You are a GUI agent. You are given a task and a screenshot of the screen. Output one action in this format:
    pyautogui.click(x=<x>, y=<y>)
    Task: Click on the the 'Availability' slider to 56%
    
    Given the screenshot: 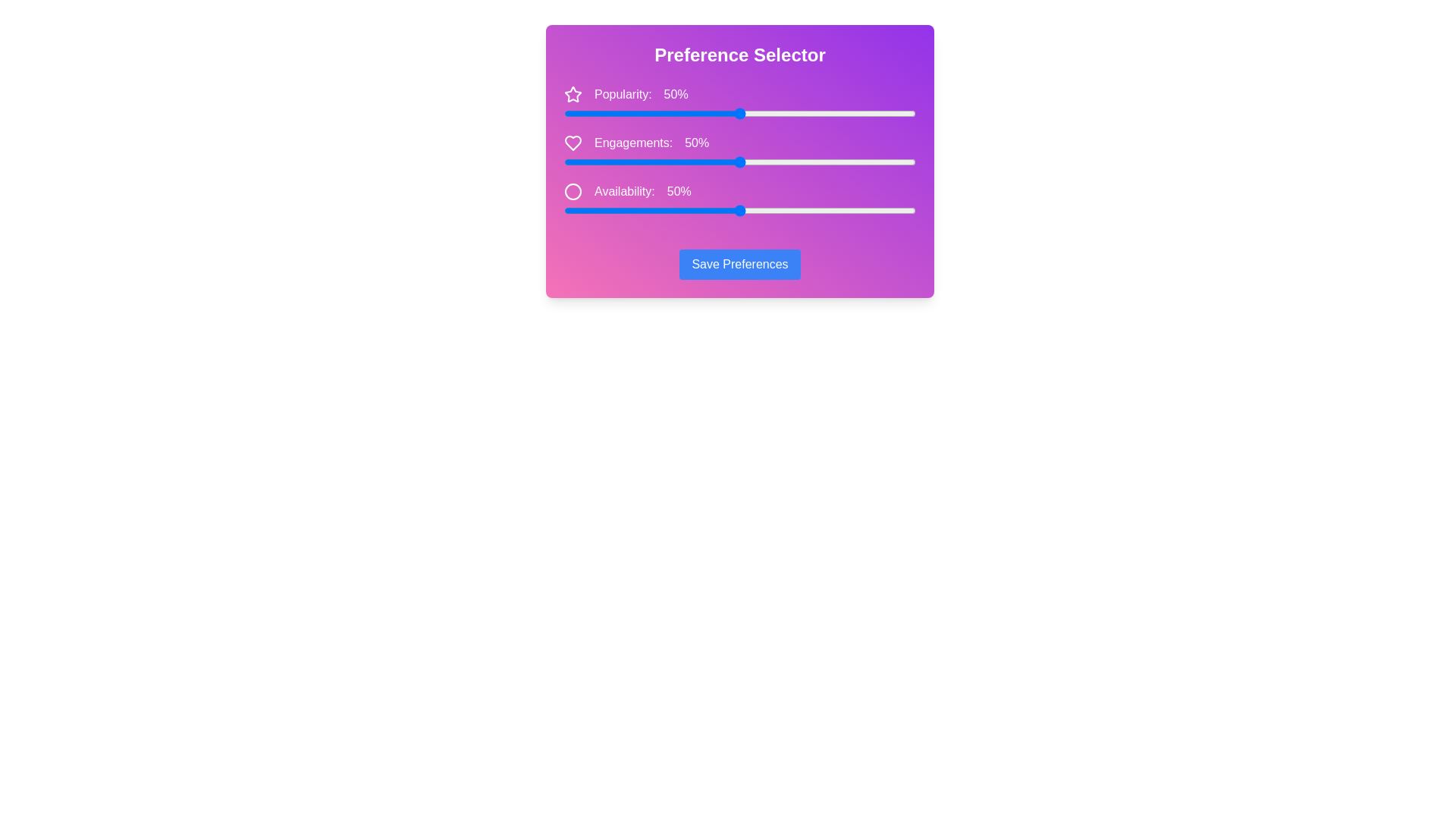 What is the action you would take?
    pyautogui.click(x=761, y=210)
    